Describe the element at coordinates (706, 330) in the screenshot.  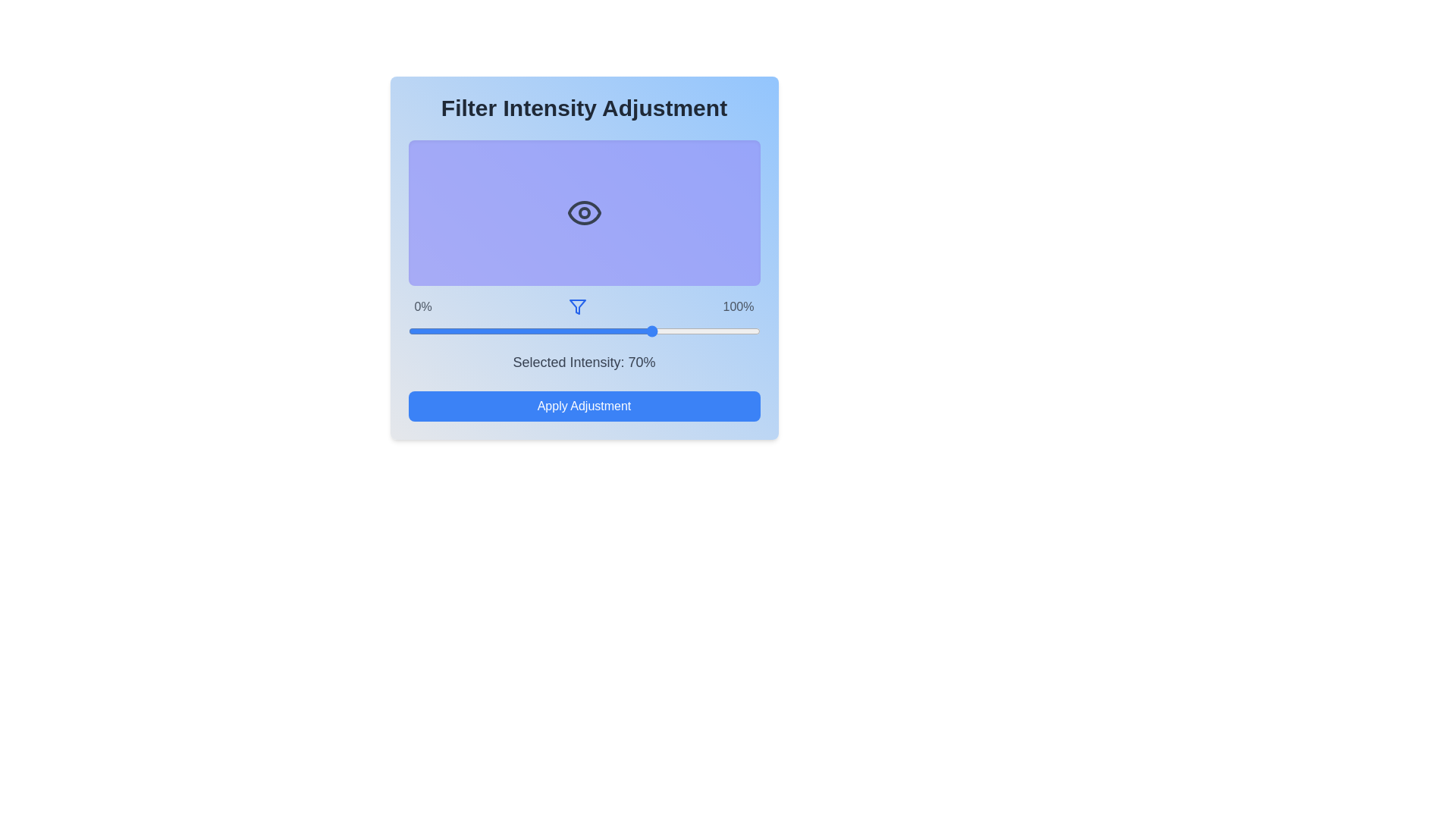
I see `the filter intensity slider to 85% and observe the visual representation` at that location.